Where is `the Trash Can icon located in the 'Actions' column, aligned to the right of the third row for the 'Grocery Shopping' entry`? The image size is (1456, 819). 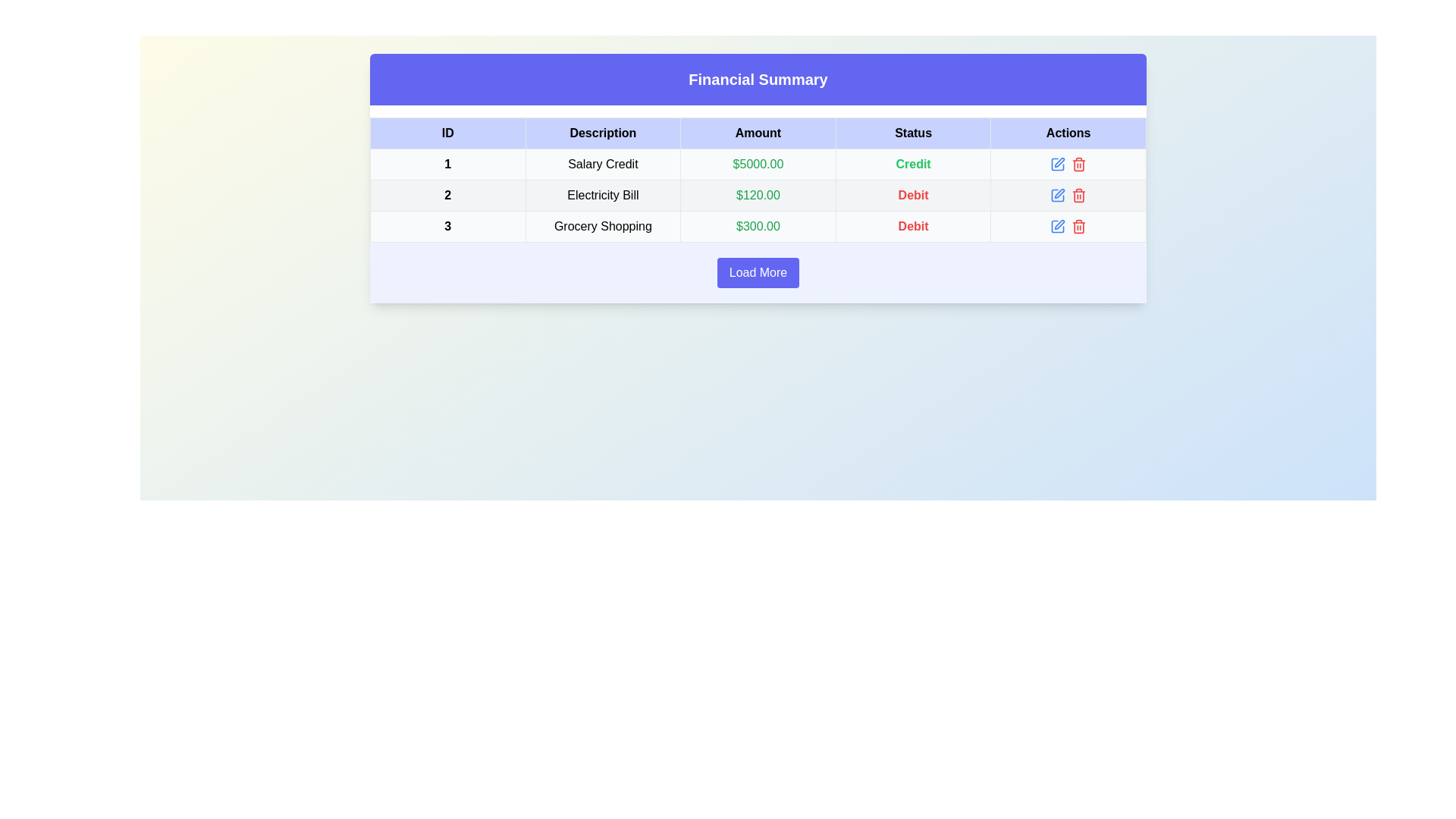
the Trash Can icon located in the 'Actions' column, aligned to the right of the third row for the 'Grocery Shopping' entry is located at coordinates (1078, 196).